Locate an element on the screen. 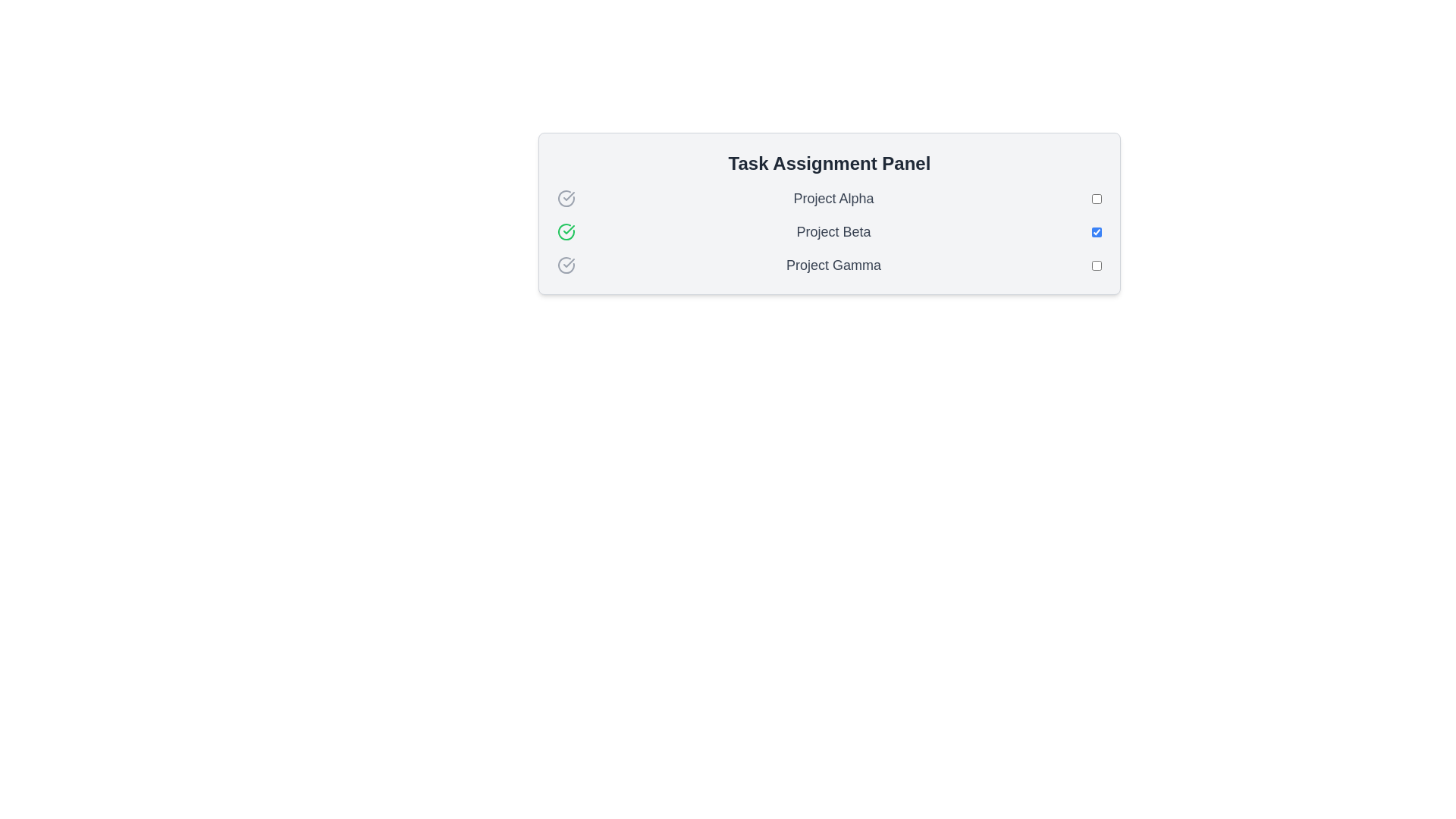 The image size is (1456, 819). the circular gray icon with a check mark inside, located to the left of the text 'Project Alpha' is located at coordinates (566, 198).